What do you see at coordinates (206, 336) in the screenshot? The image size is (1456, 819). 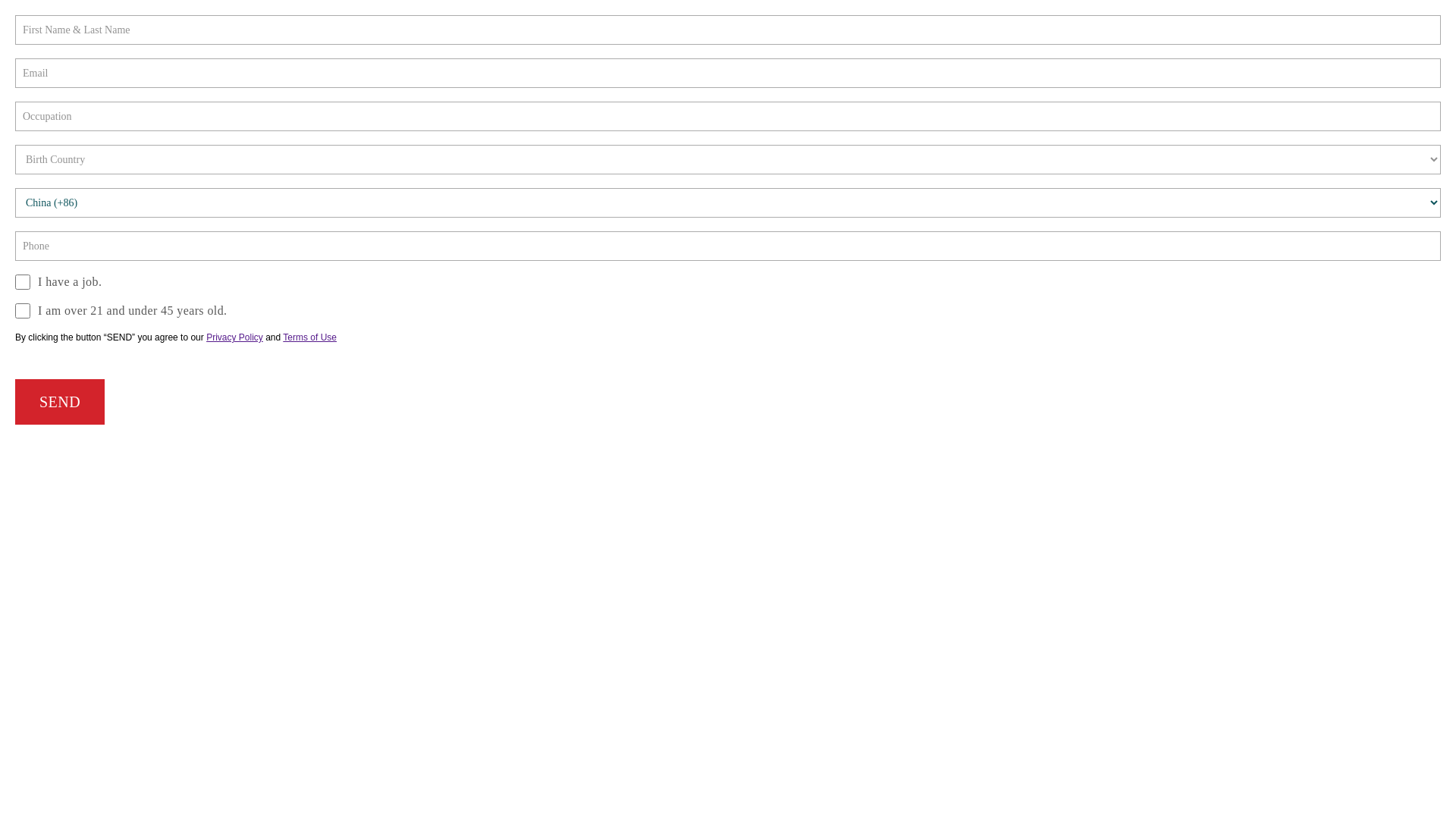 I see `'Privacy Policy'` at bounding box center [206, 336].